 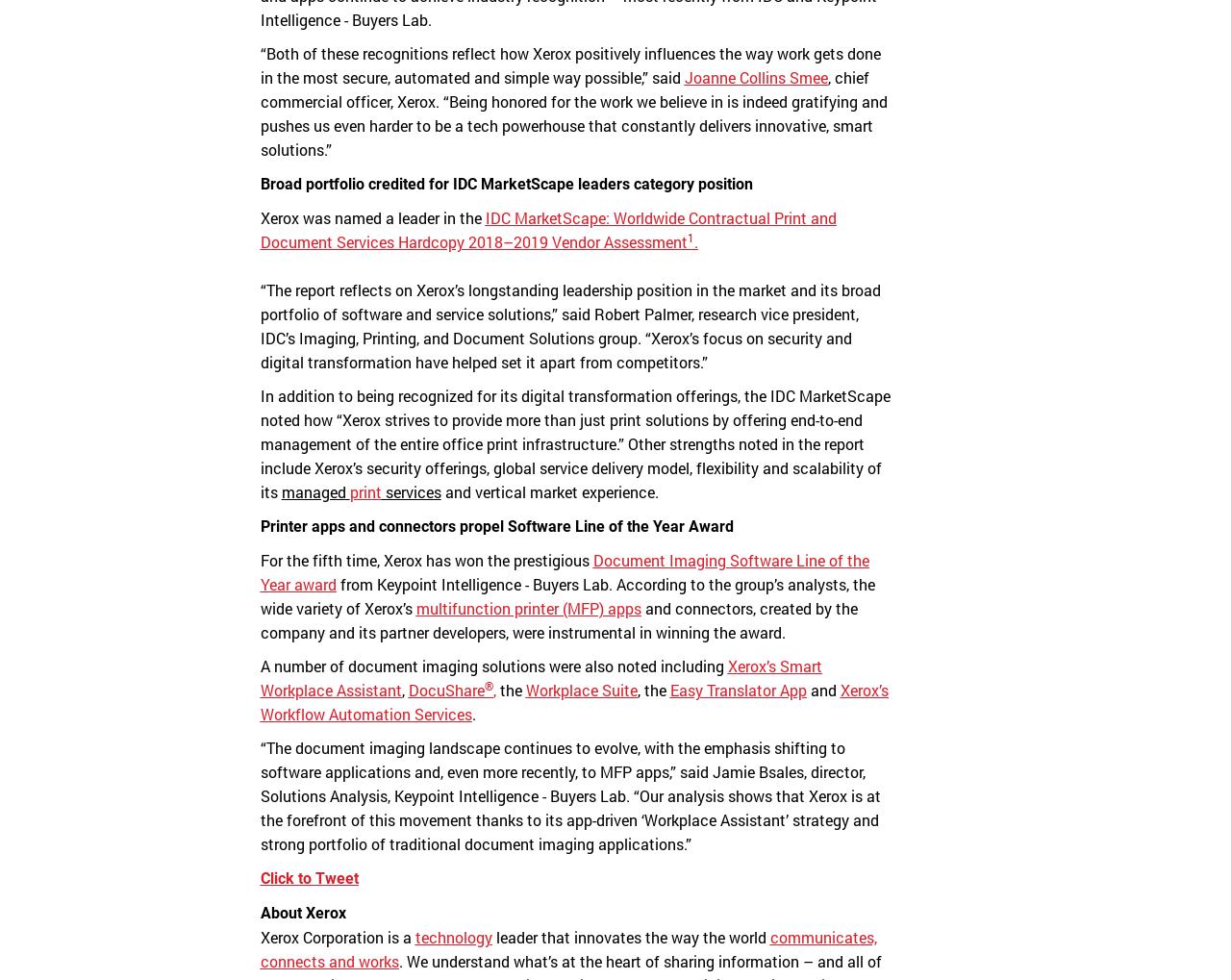 What do you see at coordinates (359, 526) in the screenshot?
I see `'Printer apps and connectors'` at bounding box center [359, 526].